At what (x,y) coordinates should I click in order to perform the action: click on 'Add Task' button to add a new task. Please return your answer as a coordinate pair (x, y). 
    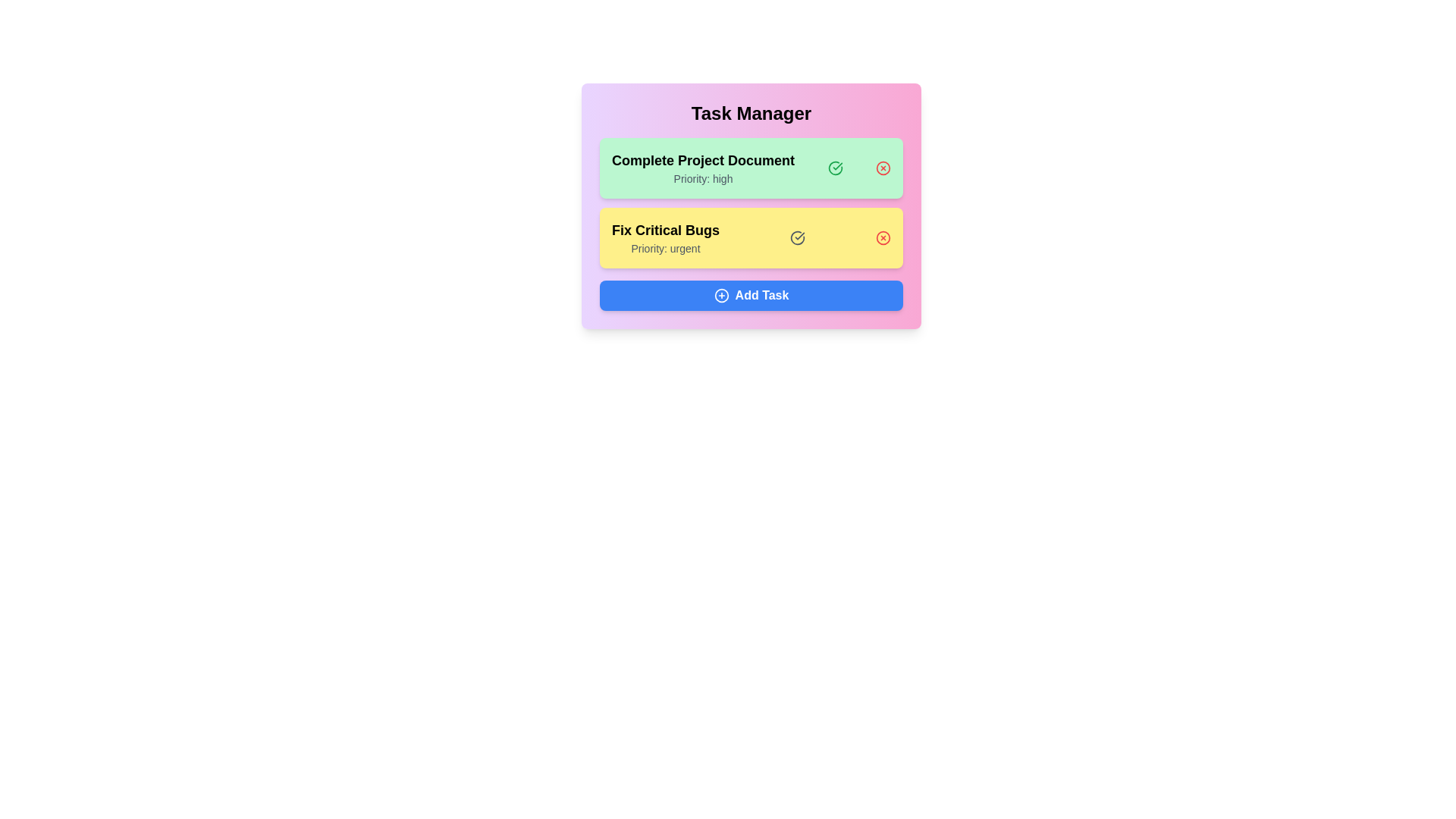
    Looking at the image, I should click on (751, 295).